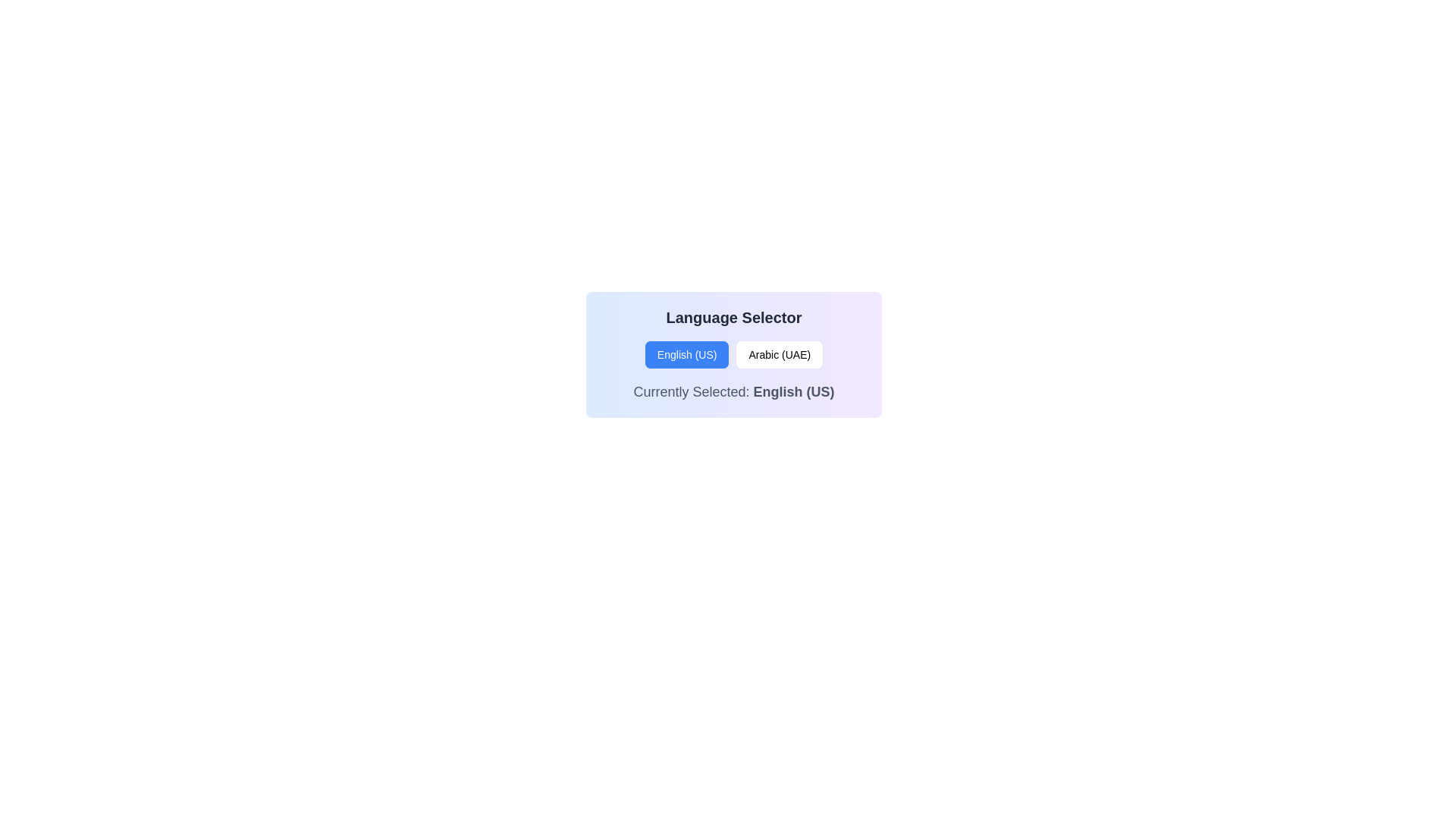  Describe the element at coordinates (734, 391) in the screenshot. I see `text label indicating the currently active language option, which is 'English (US)', positioned at the bottom of the language selector section` at that location.